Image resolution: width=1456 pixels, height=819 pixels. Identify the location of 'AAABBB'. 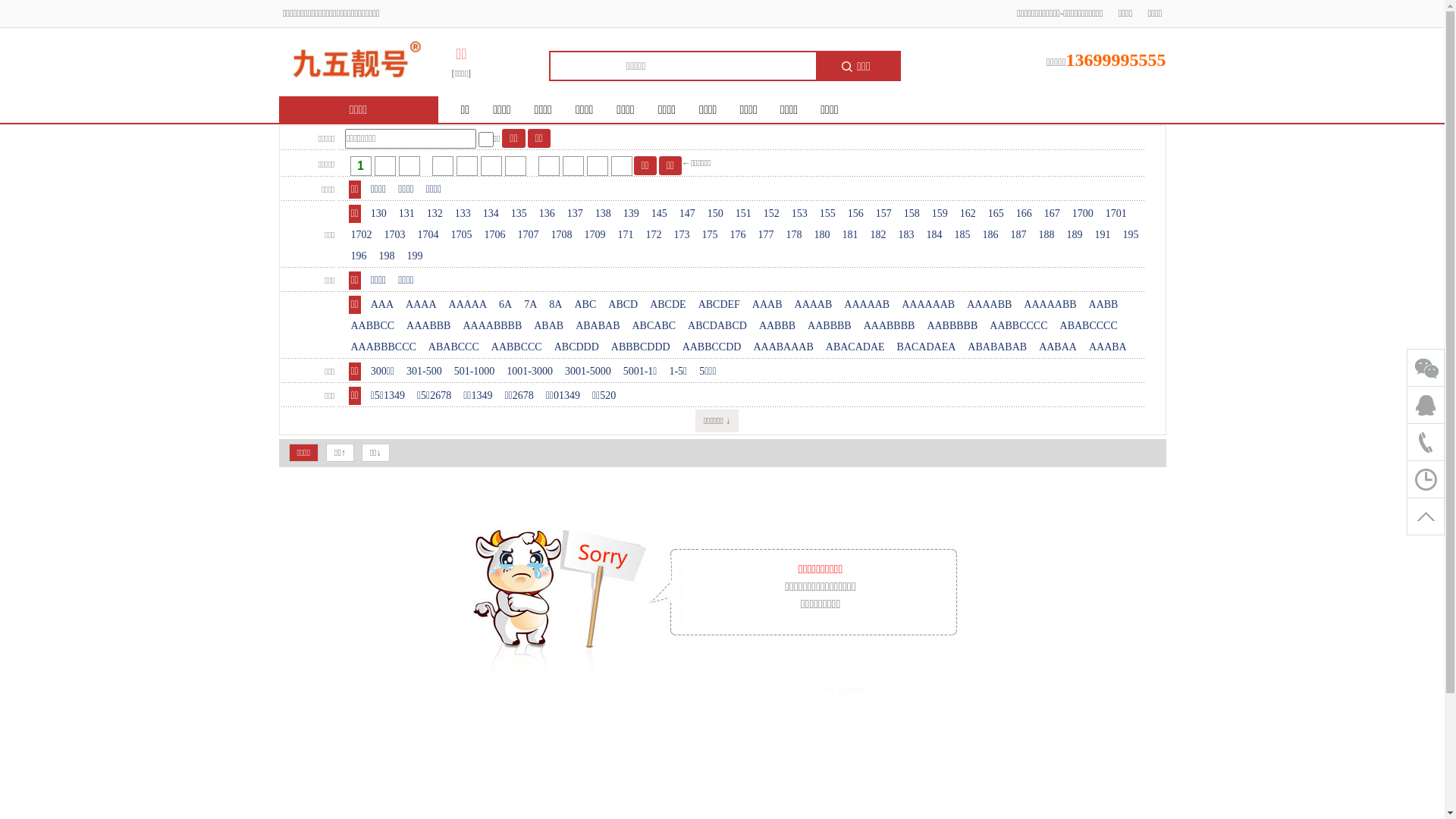
(403, 325).